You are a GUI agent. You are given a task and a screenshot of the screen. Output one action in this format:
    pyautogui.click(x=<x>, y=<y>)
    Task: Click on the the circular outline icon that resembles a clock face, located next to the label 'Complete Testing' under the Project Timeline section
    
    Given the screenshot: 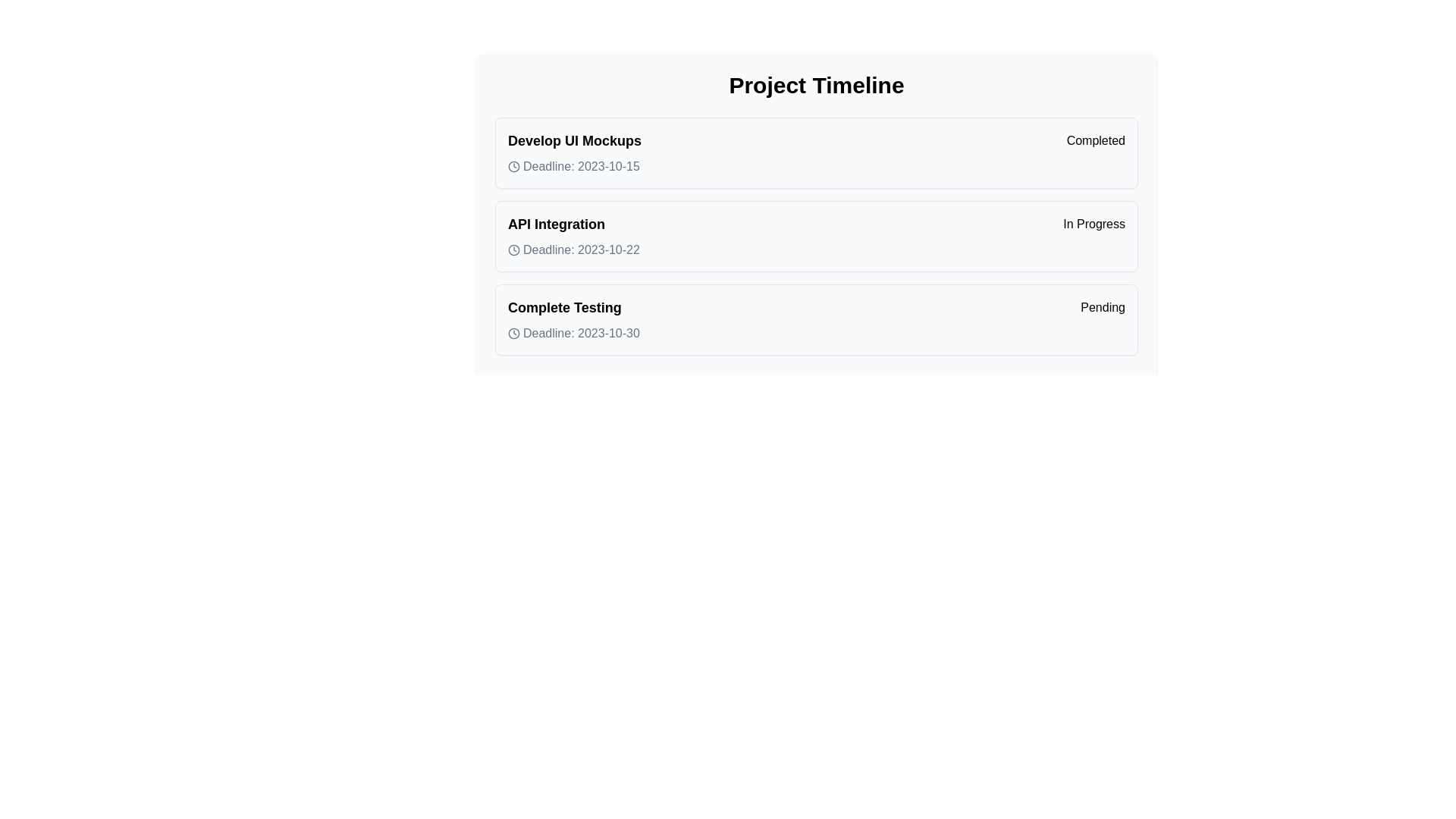 What is the action you would take?
    pyautogui.click(x=513, y=332)
    